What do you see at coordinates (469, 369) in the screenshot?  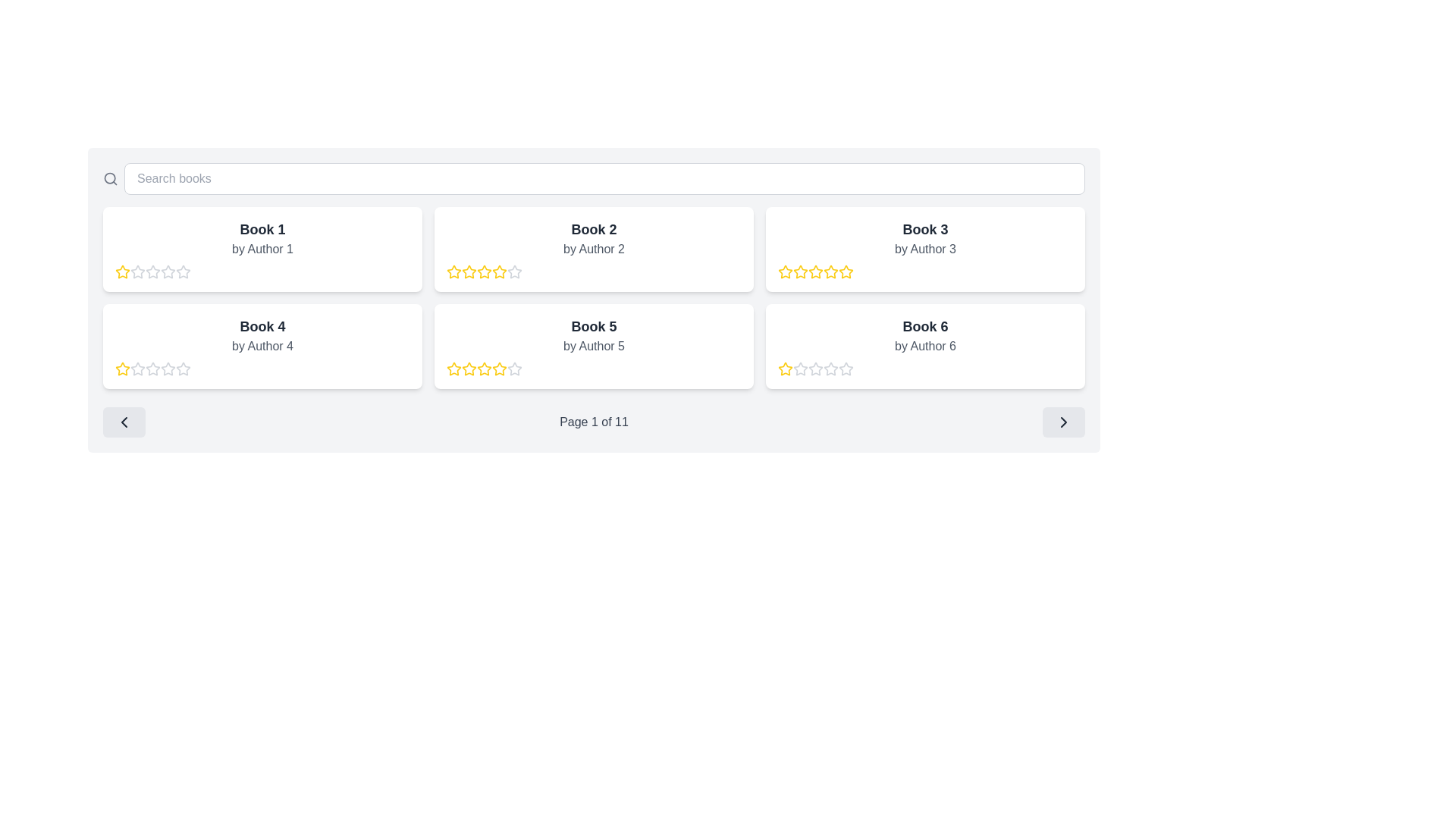 I see `the third yellow star icon in the rating system under the 'Book 5' card` at bounding box center [469, 369].